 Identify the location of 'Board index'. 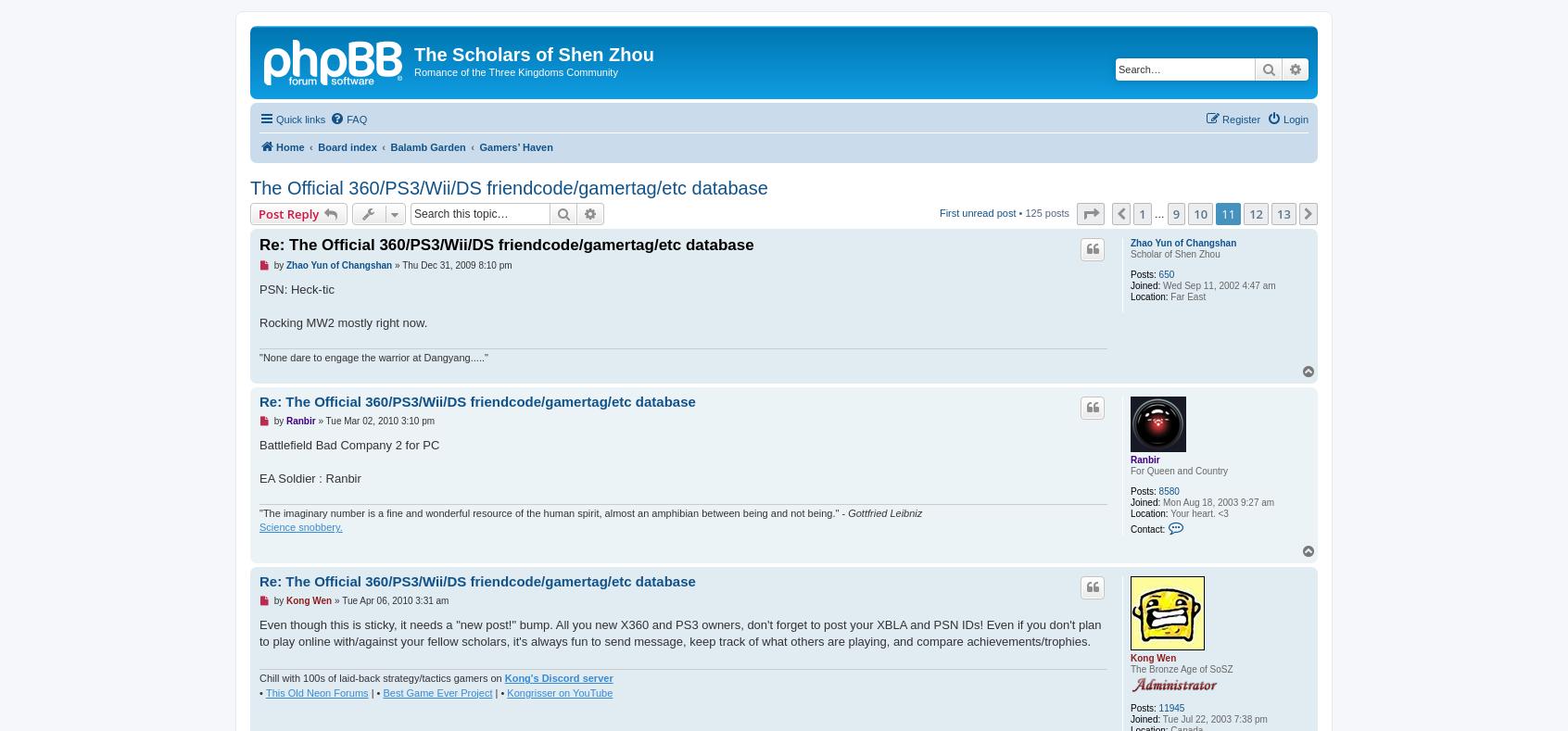
(316, 145).